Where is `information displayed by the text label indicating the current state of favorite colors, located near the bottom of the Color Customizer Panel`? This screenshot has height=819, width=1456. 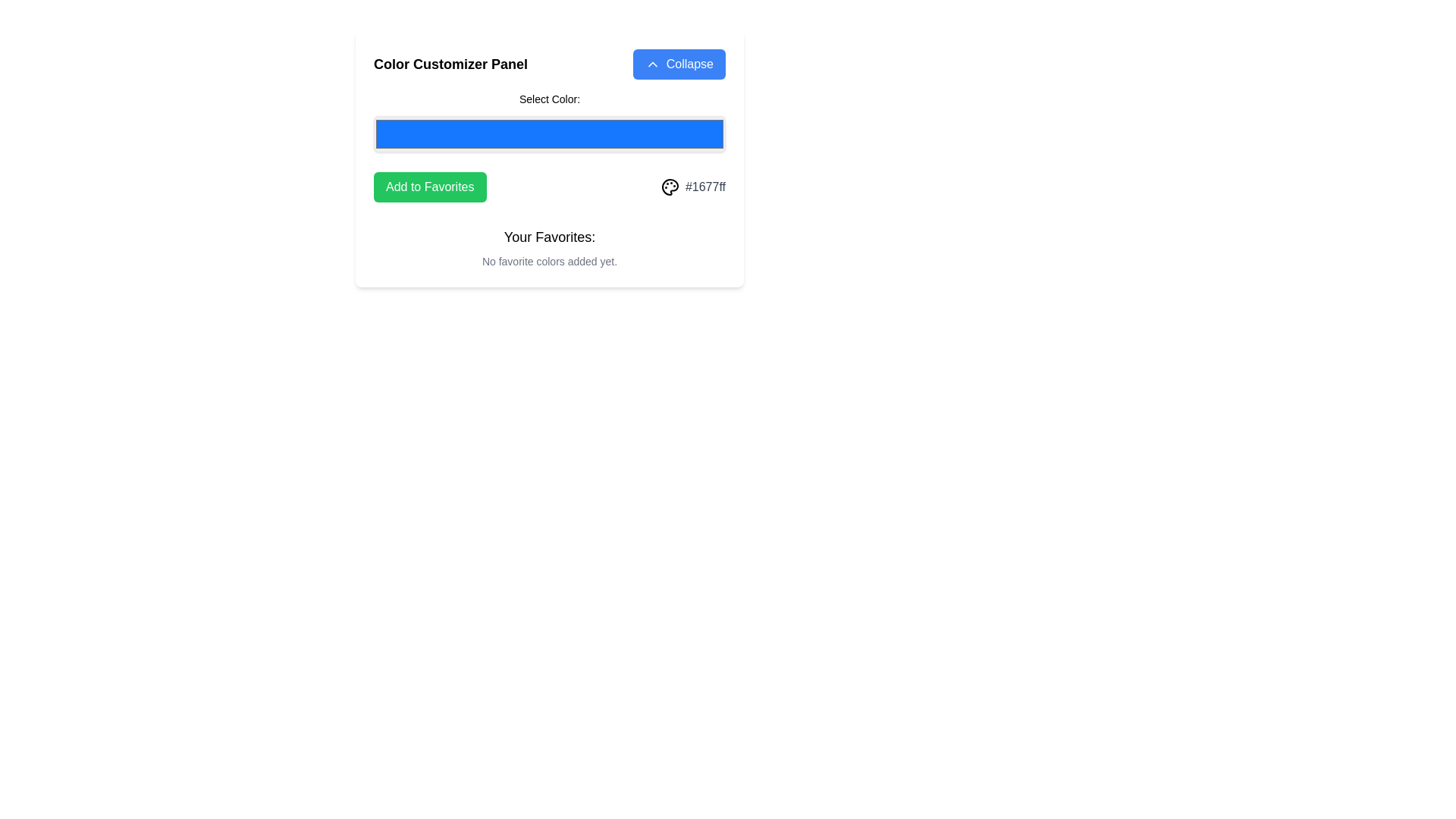 information displayed by the text label indicating the current state of favorite colors, located near the bottom of the Color Customizer Panel is located at coordinates (548, 247).